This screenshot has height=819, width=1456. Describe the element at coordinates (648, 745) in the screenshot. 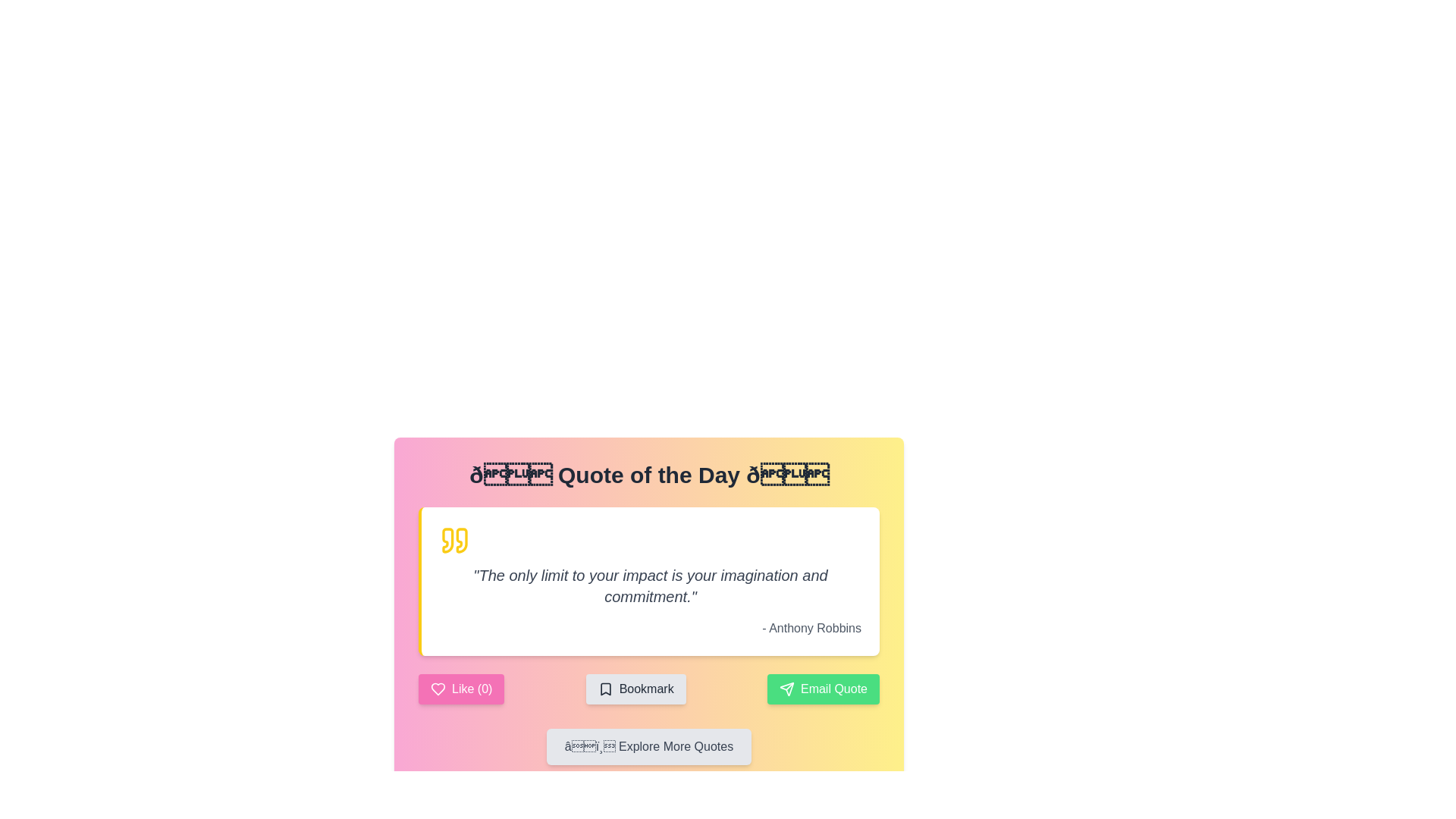

I see `the button labeled '☁️ Explore More Quotes' located at the bottom of the card-like section with a light gray background` at that location.